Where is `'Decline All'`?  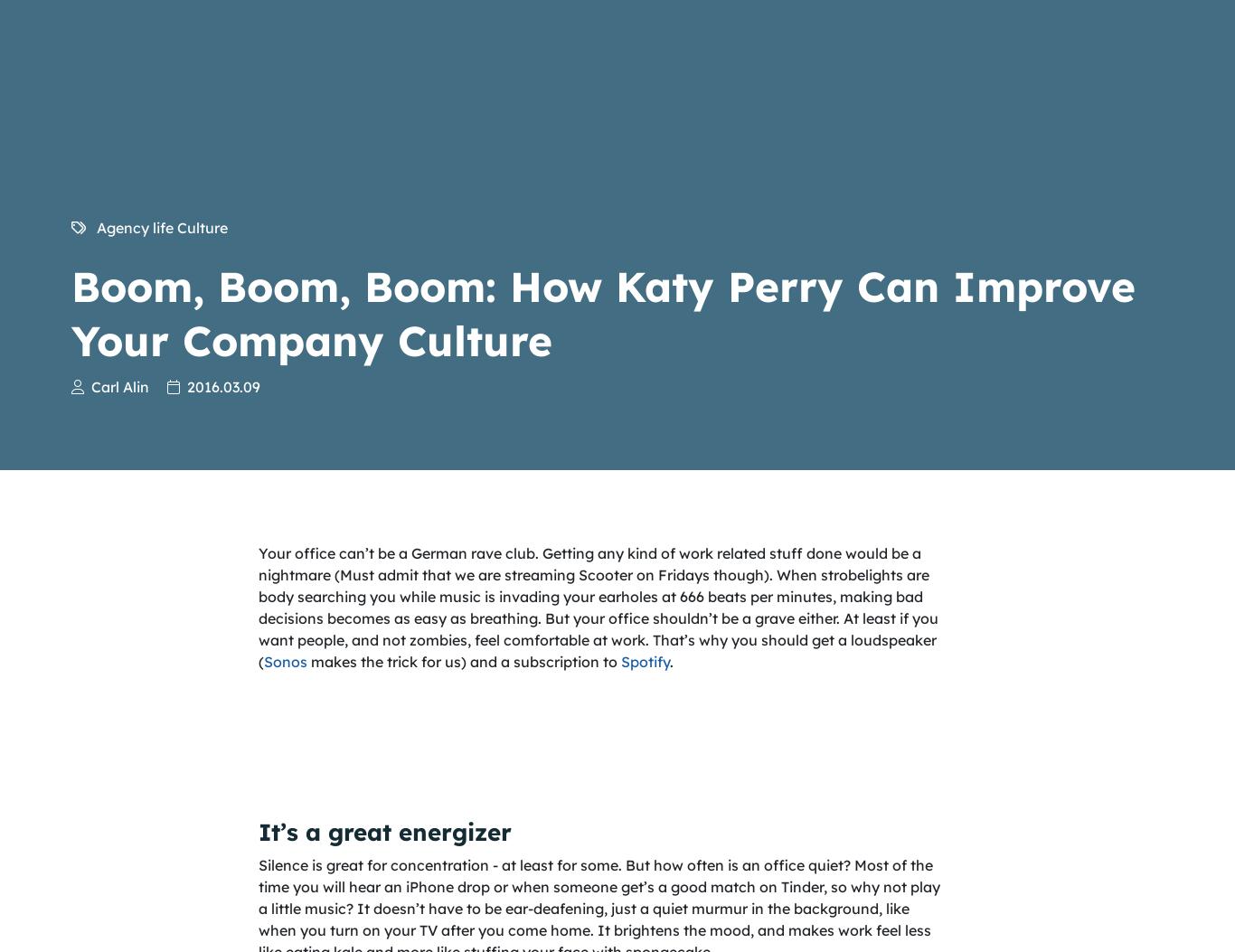
'Decline All' is located at coordinates (731, 412).